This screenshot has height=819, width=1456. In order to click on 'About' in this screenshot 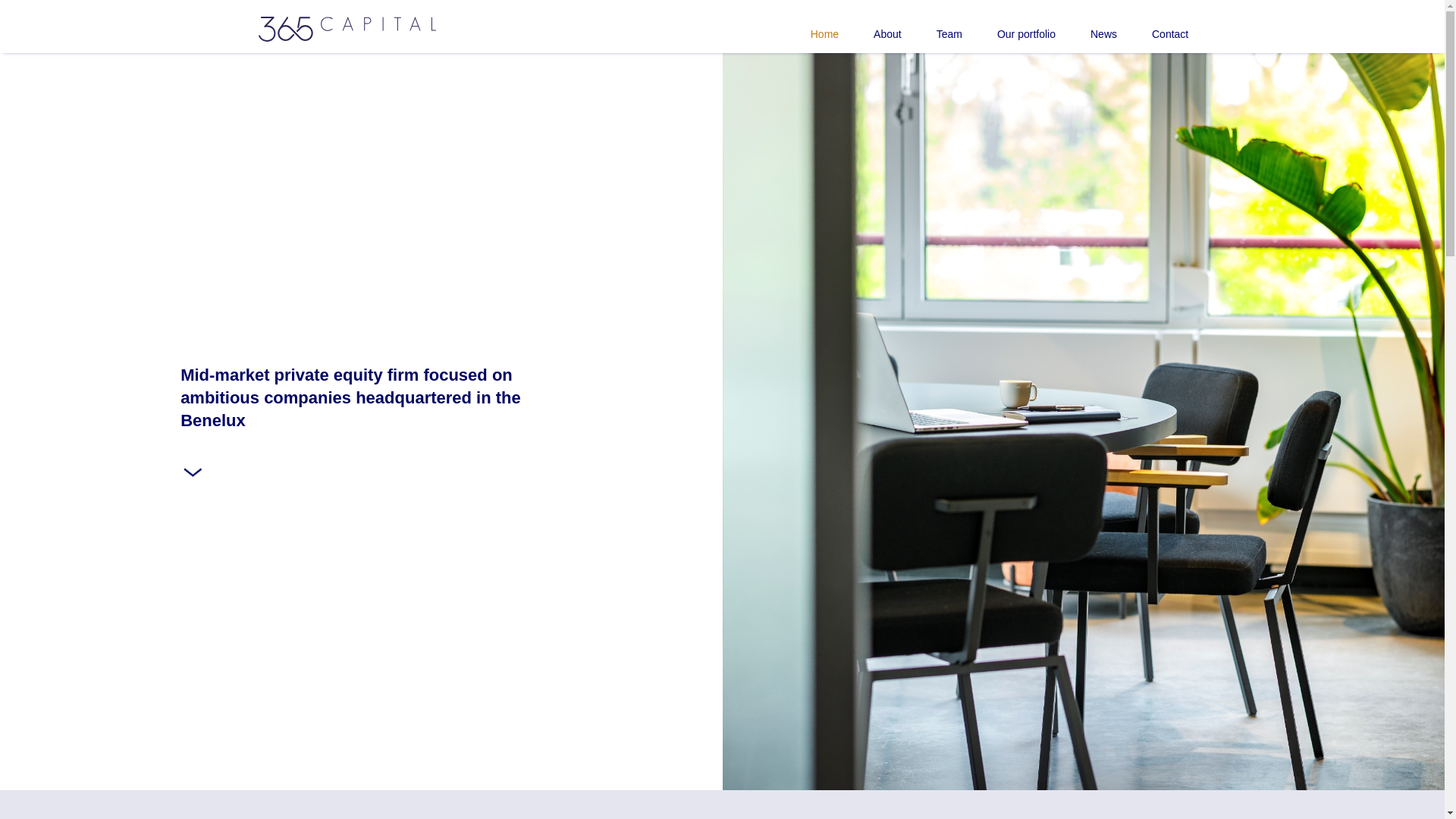, I will do `click(870, 26)`.